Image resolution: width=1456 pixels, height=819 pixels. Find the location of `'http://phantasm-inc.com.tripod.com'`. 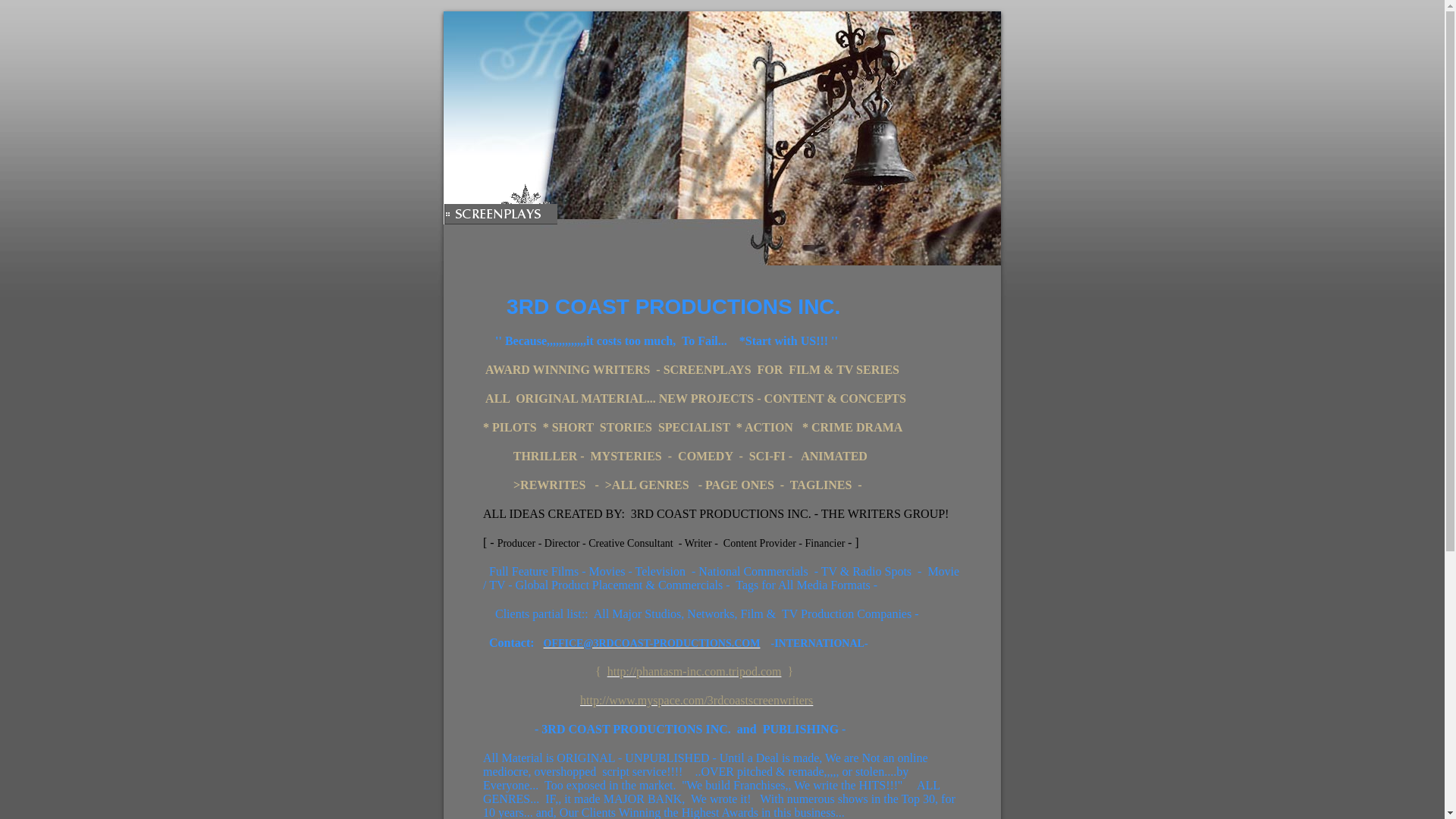

'http://phantasm-inc.com.tripod.com' is located at coordinates (607, 670).